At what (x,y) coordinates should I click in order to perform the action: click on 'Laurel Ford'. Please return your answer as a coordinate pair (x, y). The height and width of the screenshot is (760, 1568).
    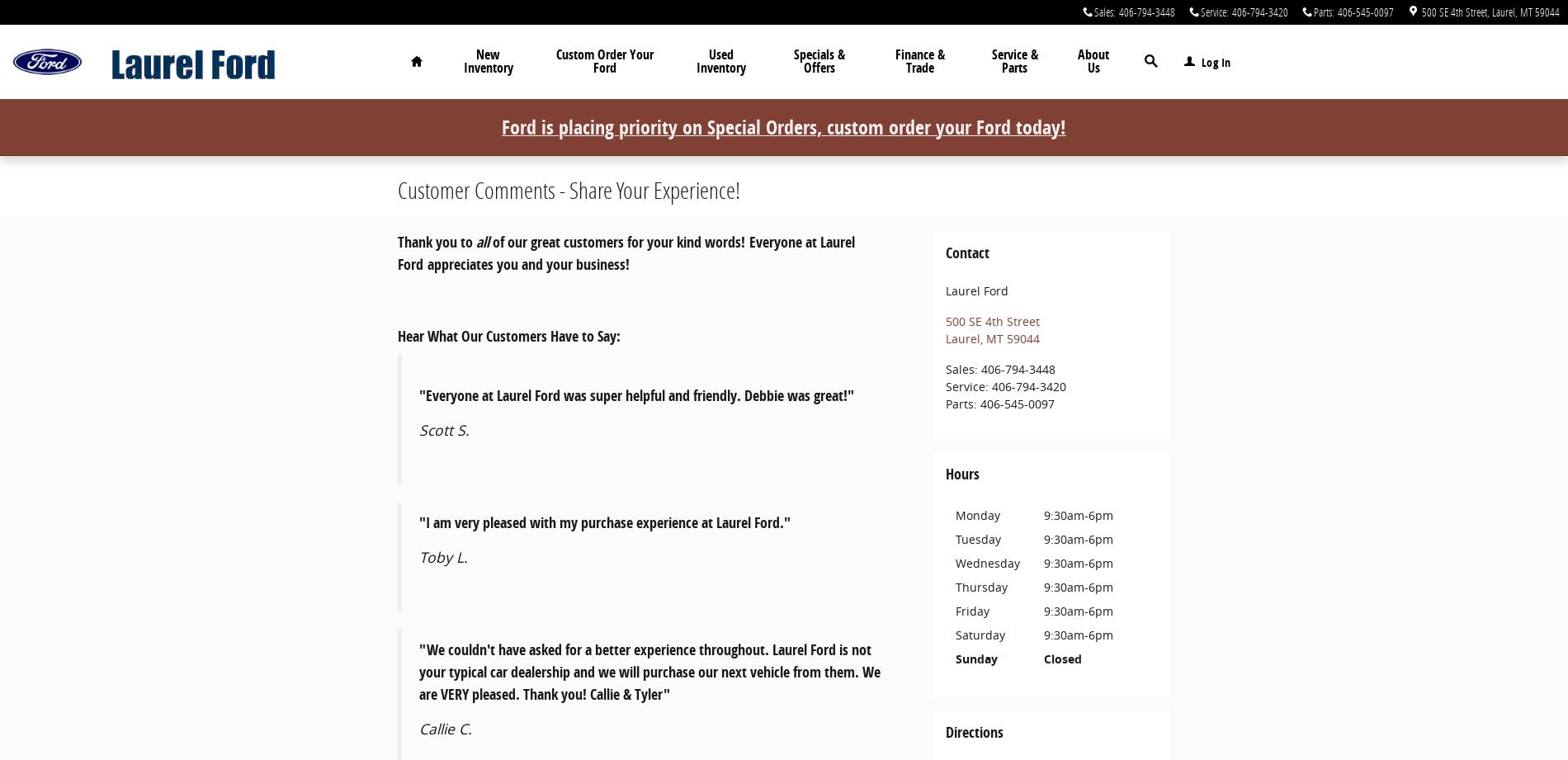
    Looking at the image, I should click on (977, 290).